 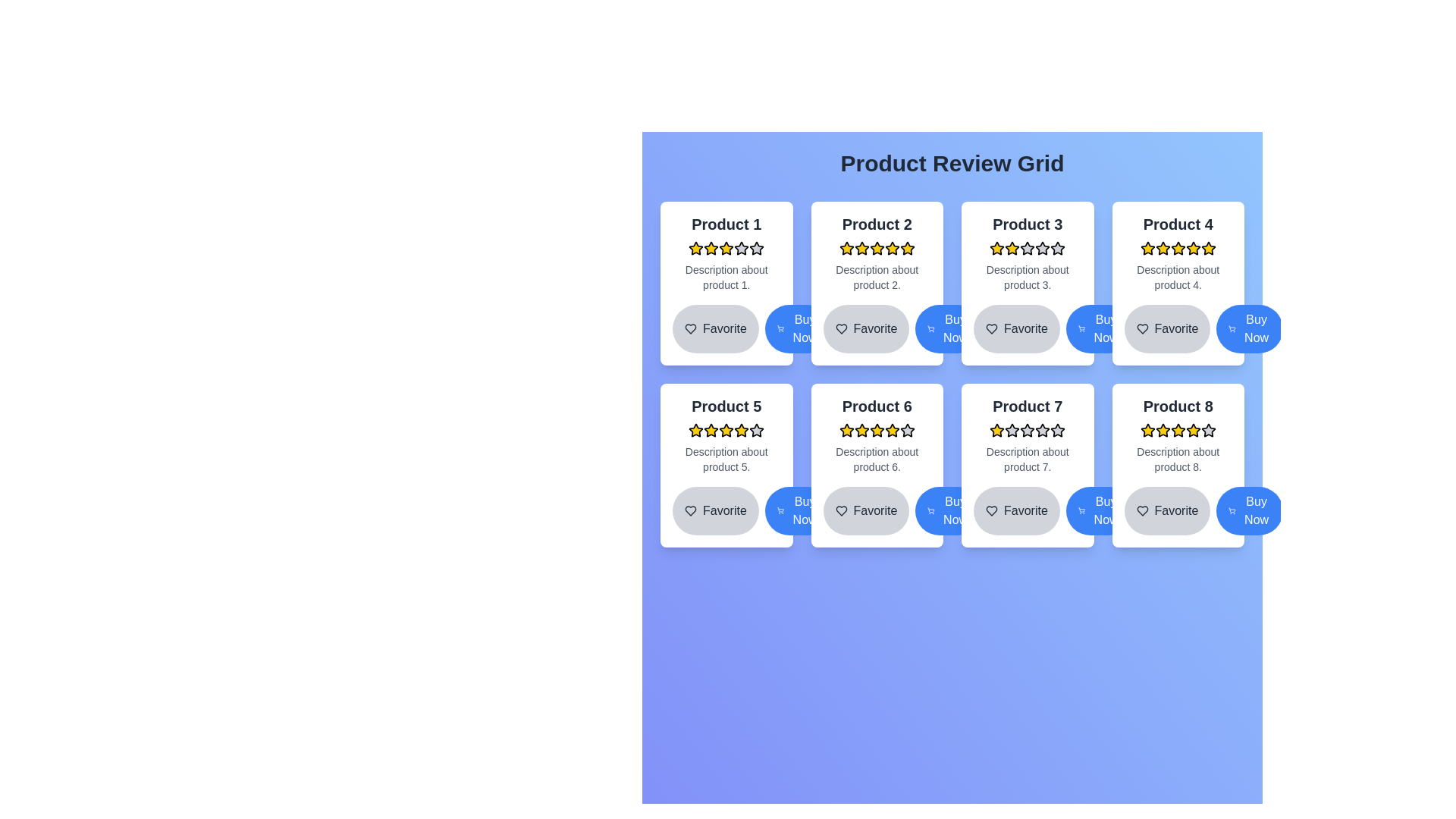 I want to click on the text label displaying 'Product 6', which is styled with bold font and dark gray color, located in the center of the sixth item in the grid layout, so click(x=877, y=406).